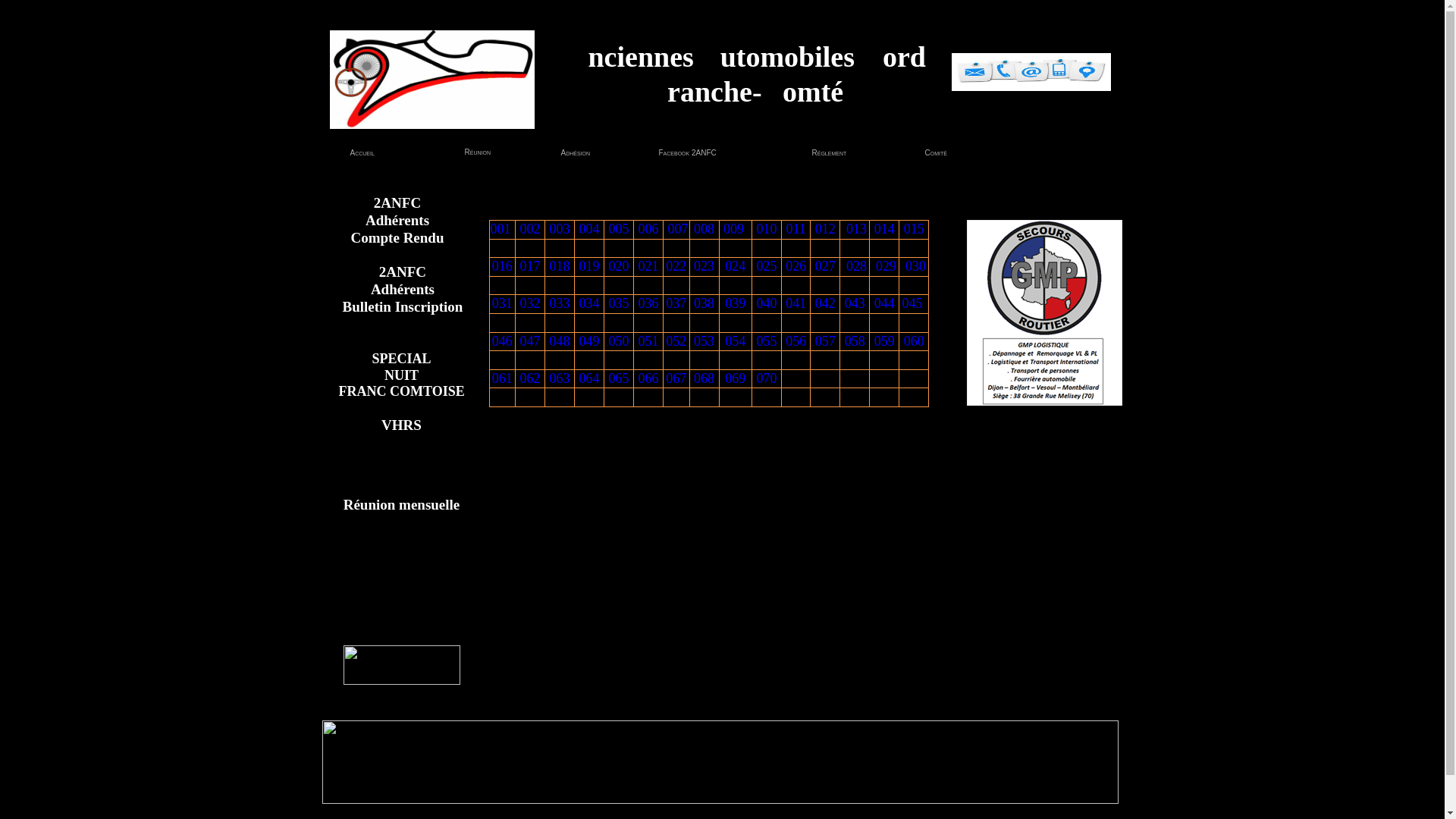 Image resolution: width=1456 pixels, height=819 pixels. What do you see at coordinates (682, 152) in the screenshot?
I see `'Facebook 2ANFC    '` at bounding box center [682, 152].